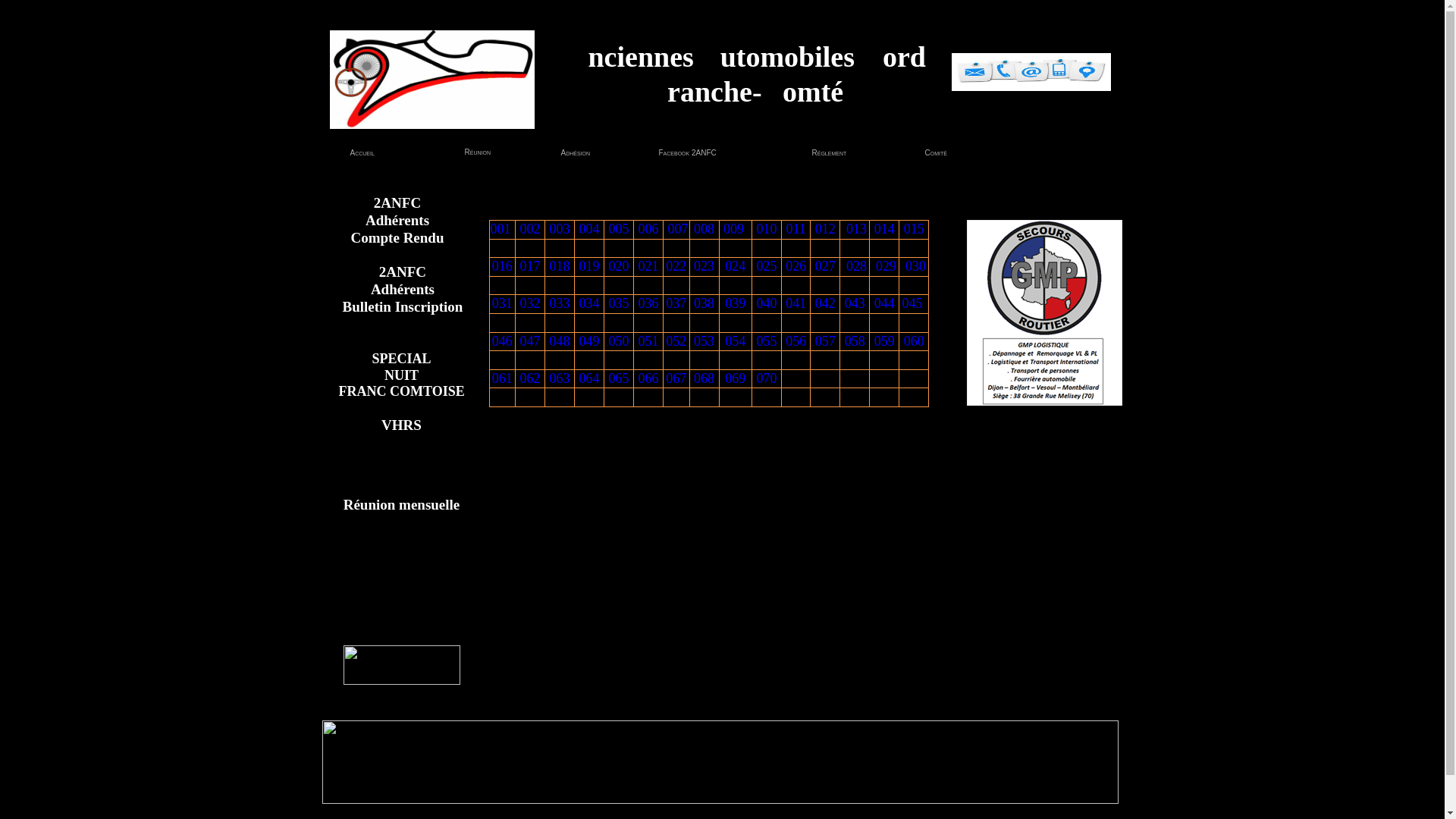 Image resolution: width=1456 pixels, height=819 pixels. What do you see at coordinates (682, 152) in the screenshot?
I see `'Facebook 2ANFC    '` at bounding box center [682, 152].